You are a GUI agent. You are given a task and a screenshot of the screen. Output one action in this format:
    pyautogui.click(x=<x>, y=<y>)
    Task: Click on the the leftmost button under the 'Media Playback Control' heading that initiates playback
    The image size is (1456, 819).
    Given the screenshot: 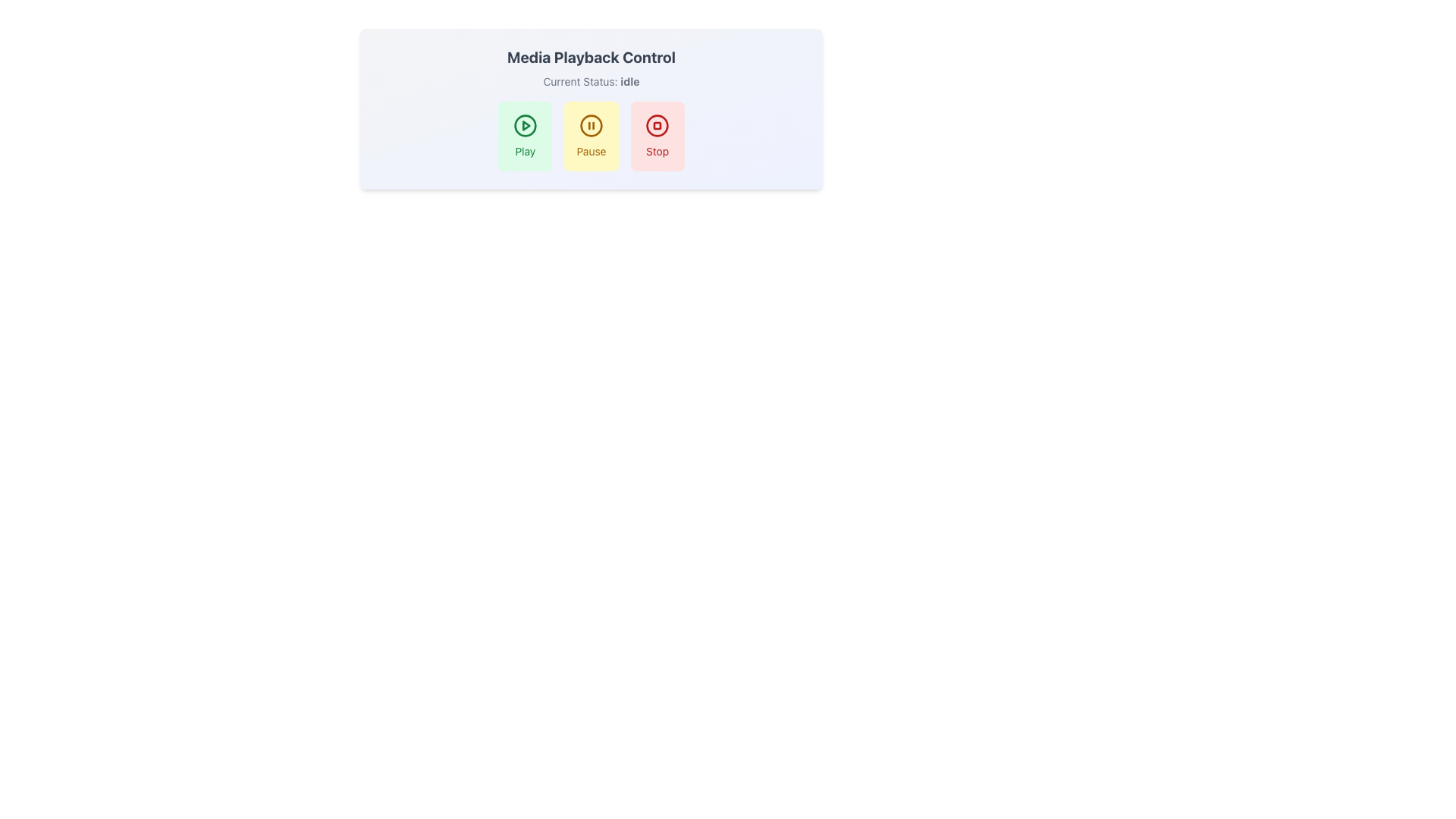 What is the action you would take?
    pyautogui.click(x=525, y=124)
    